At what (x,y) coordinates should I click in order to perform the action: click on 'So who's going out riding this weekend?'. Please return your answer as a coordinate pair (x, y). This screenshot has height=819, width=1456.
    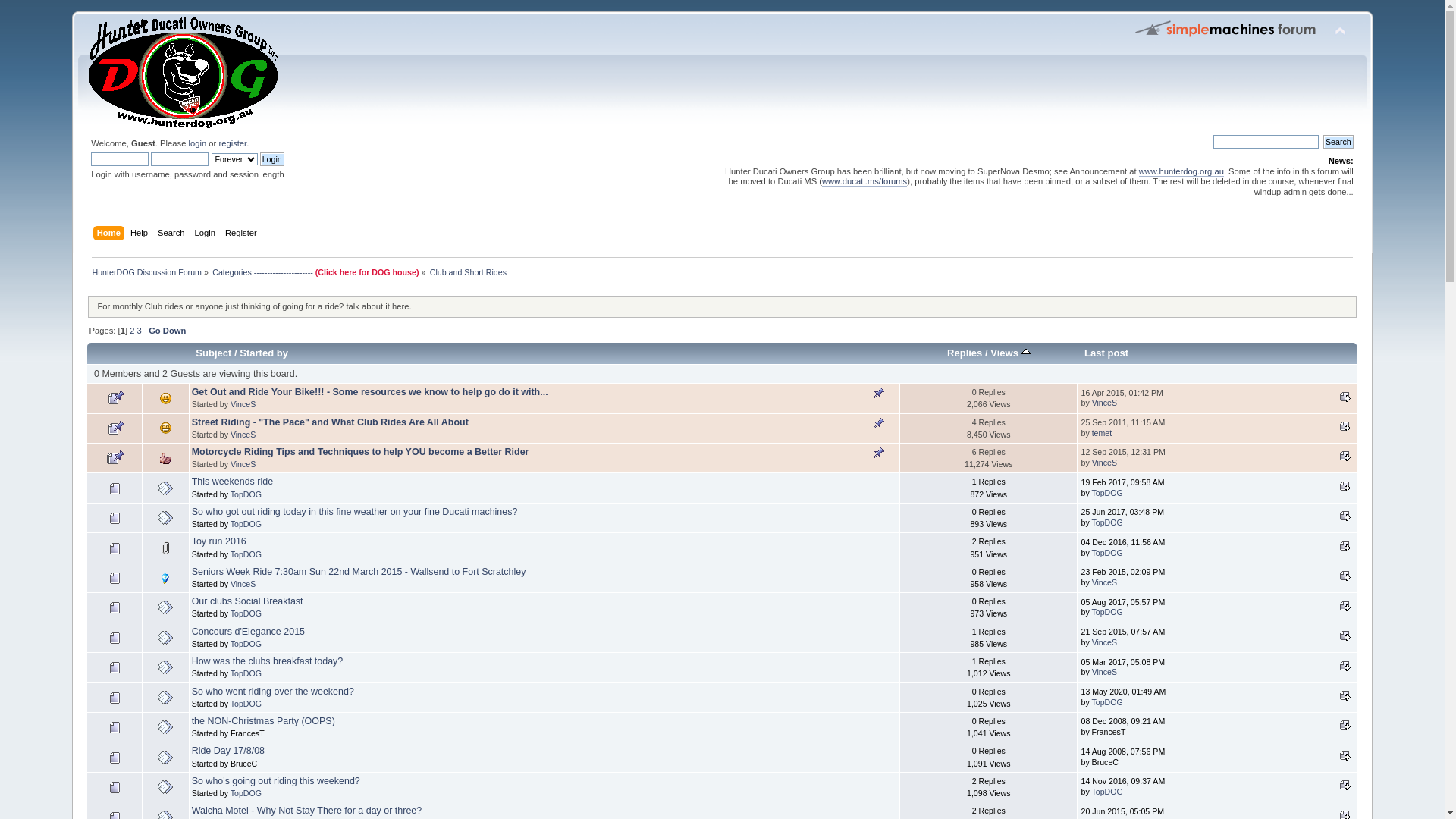
    Looking at the image, I should click on (276, 780).